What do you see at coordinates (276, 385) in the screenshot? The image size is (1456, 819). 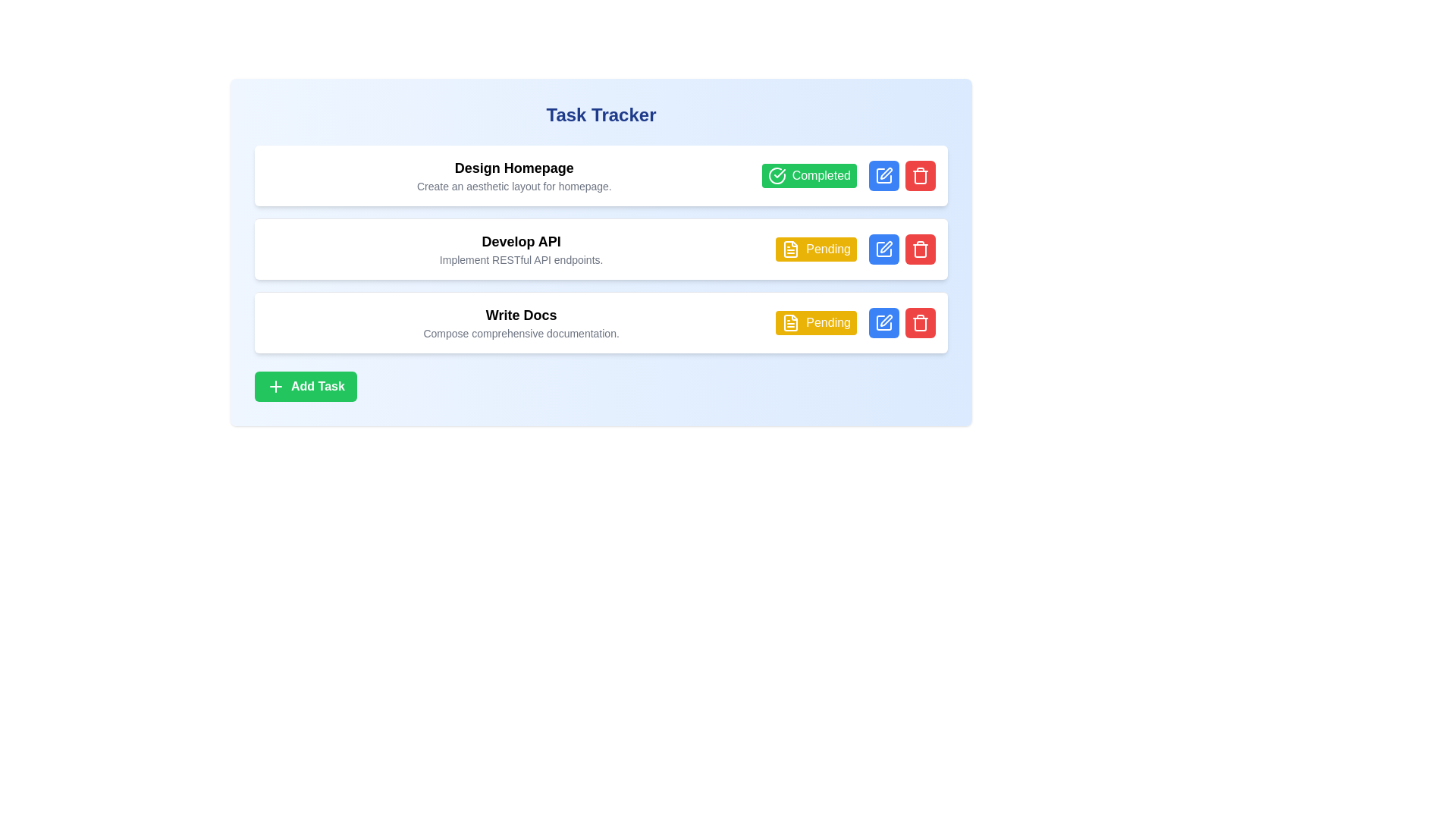 I see `the '+' icon with a green background located within the 'Add Task' button in the bottom-left corner of the content area` at bounding box center [276, 385].